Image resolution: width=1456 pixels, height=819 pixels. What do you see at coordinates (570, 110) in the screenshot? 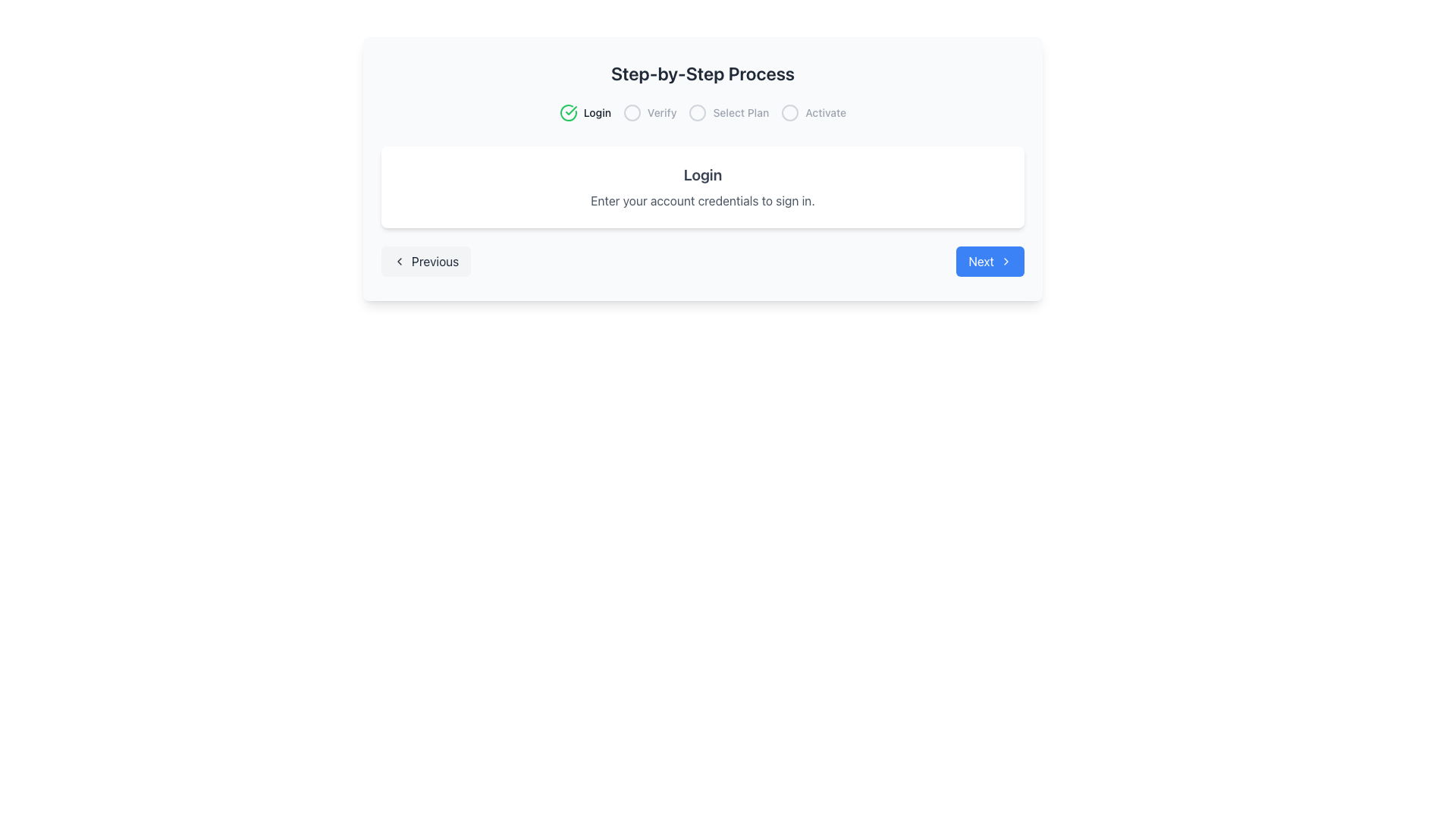
I see `the confirmation vector graphic element within the SVG component that indicates successful completion of the 'Login' step, located next to the 'Login' text` at bounding box center [570, 110].